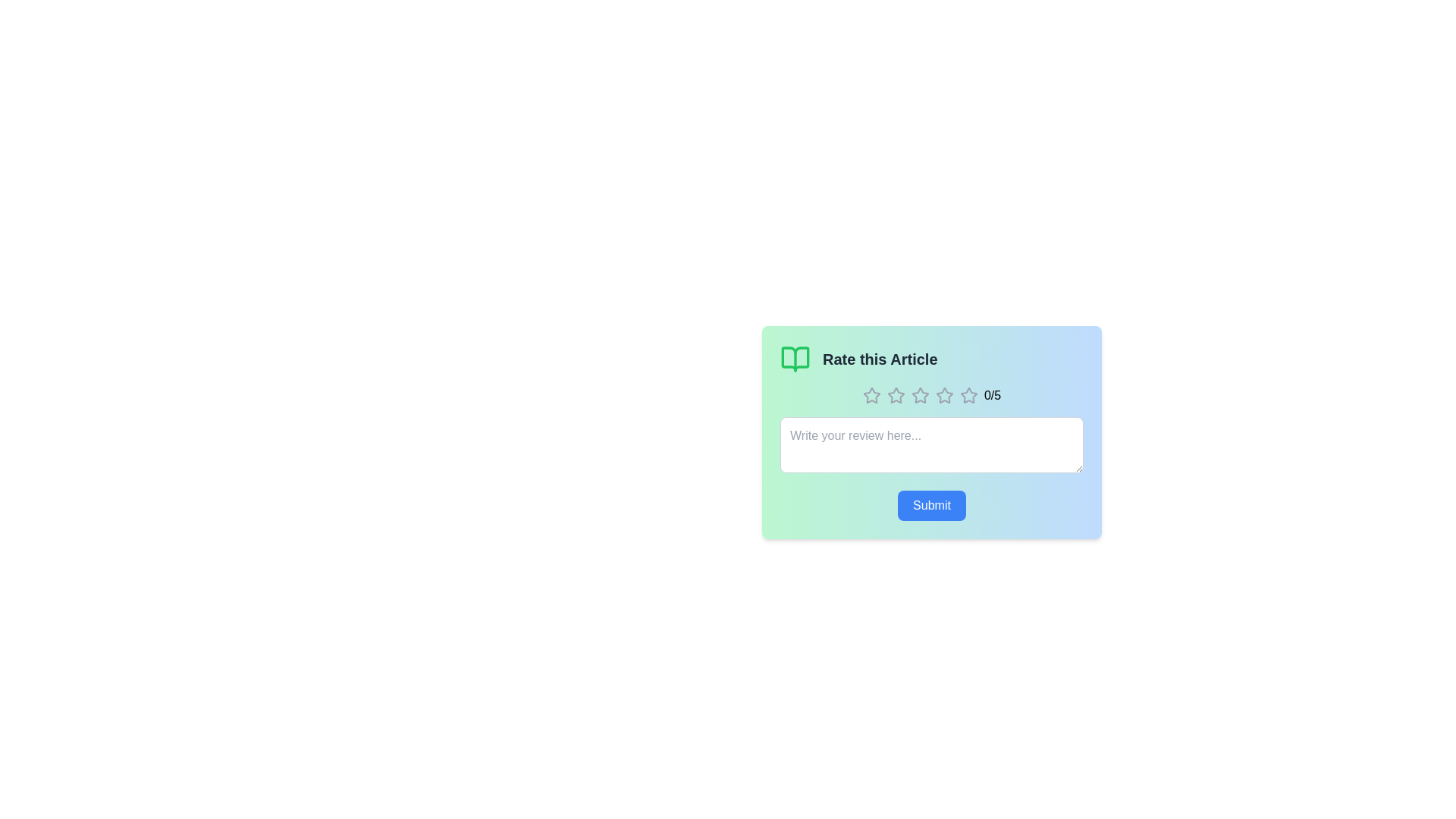 This screenshot has width=1456, height=819. I want to click on the decorative book icon to view it, so click(795, 359).